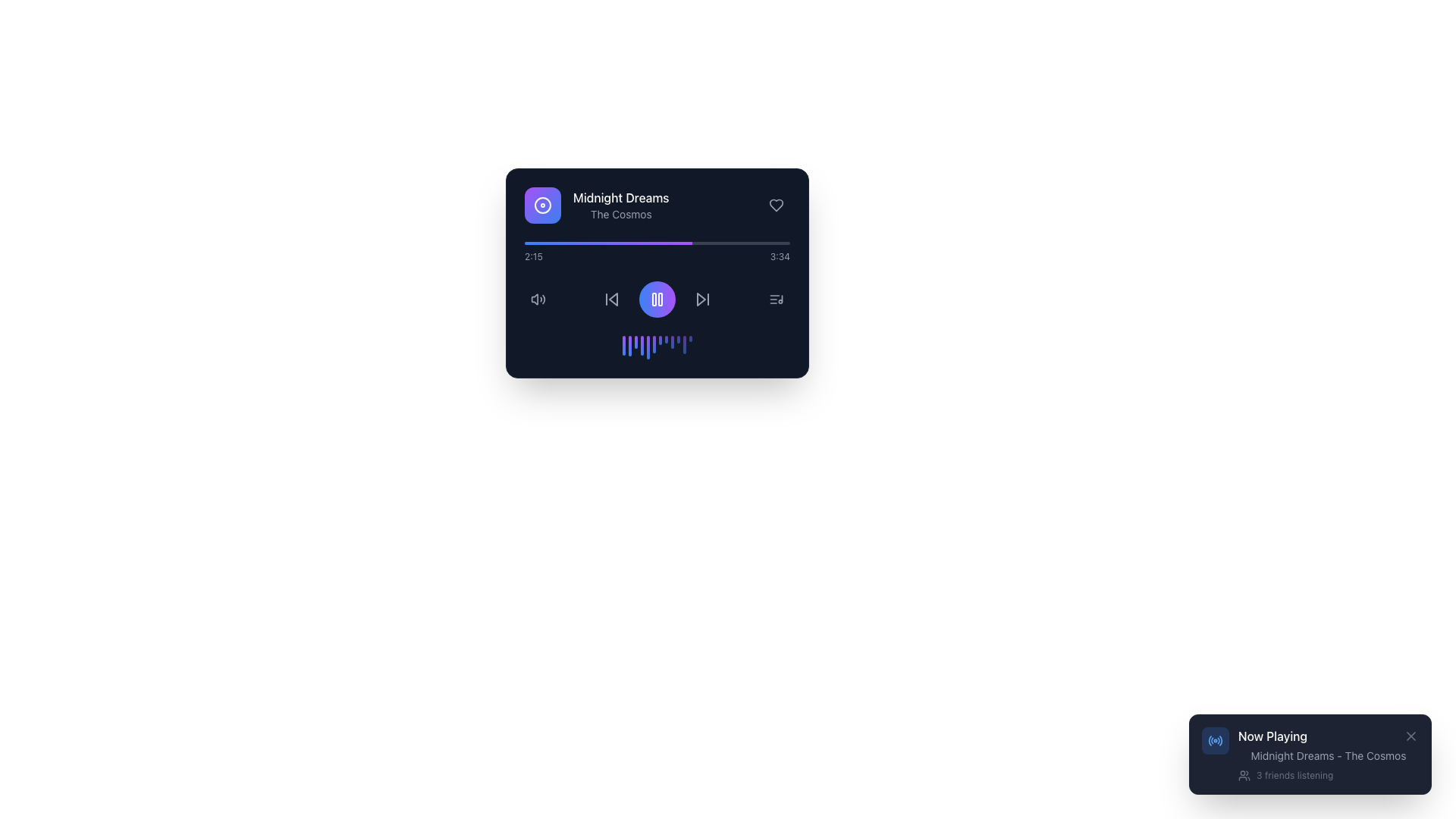  Describe the element at coordinates (636, 342) in the screenshot. I see `the animation of the third dynamic visual bar located below the central play button in the audio player interface` at that location.